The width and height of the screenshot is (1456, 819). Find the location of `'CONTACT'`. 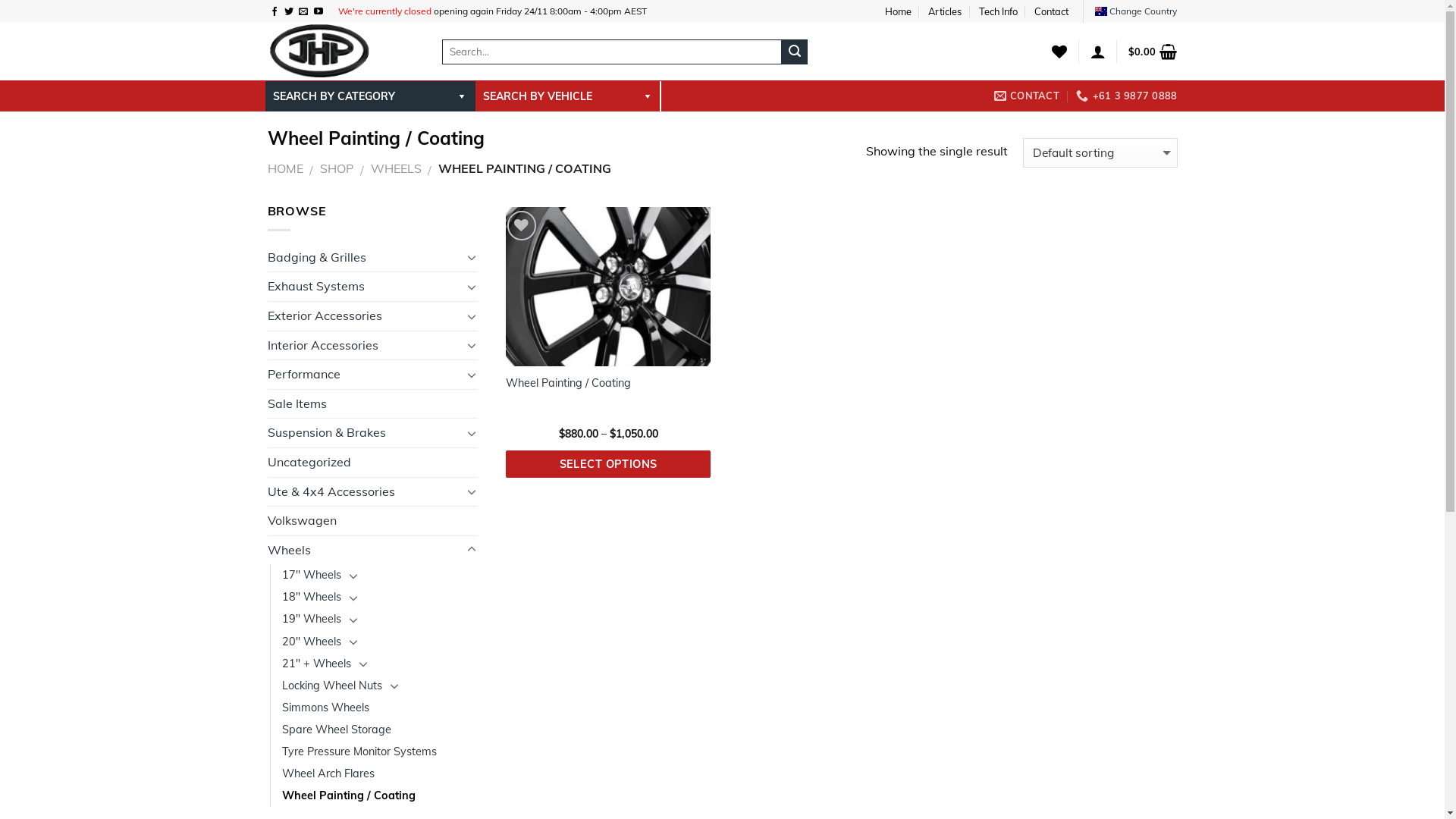

'CONTACT' is located at coordinates (1026, 96).